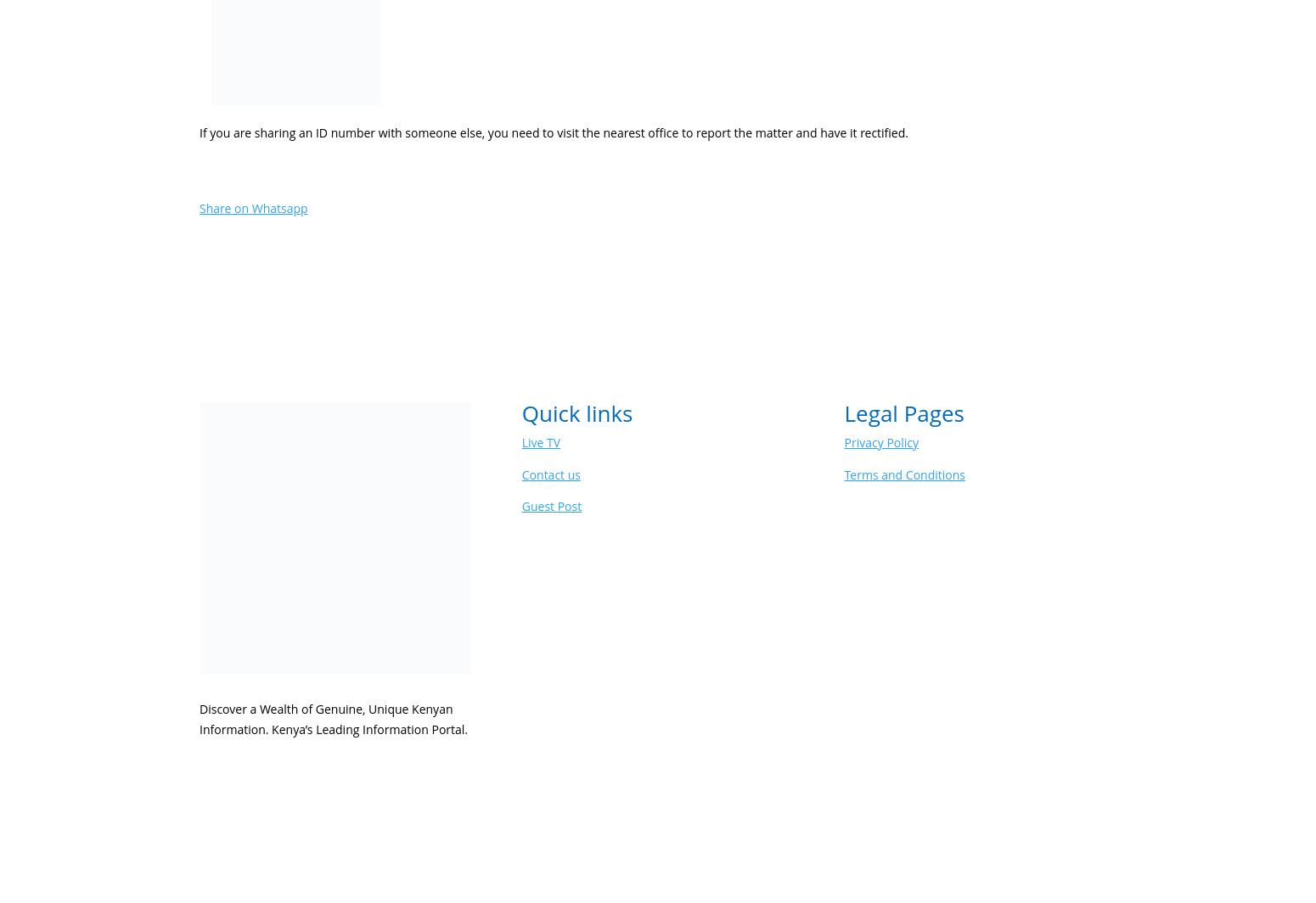 The image size is (1316, 903). What do you see at coordinates (199, 132) in the screenshot?
I see `'If you are sharing an ID number with someone else, you need to visit the nearest office to report the matter and have it rectified.'` at bounding box center [199, 132].